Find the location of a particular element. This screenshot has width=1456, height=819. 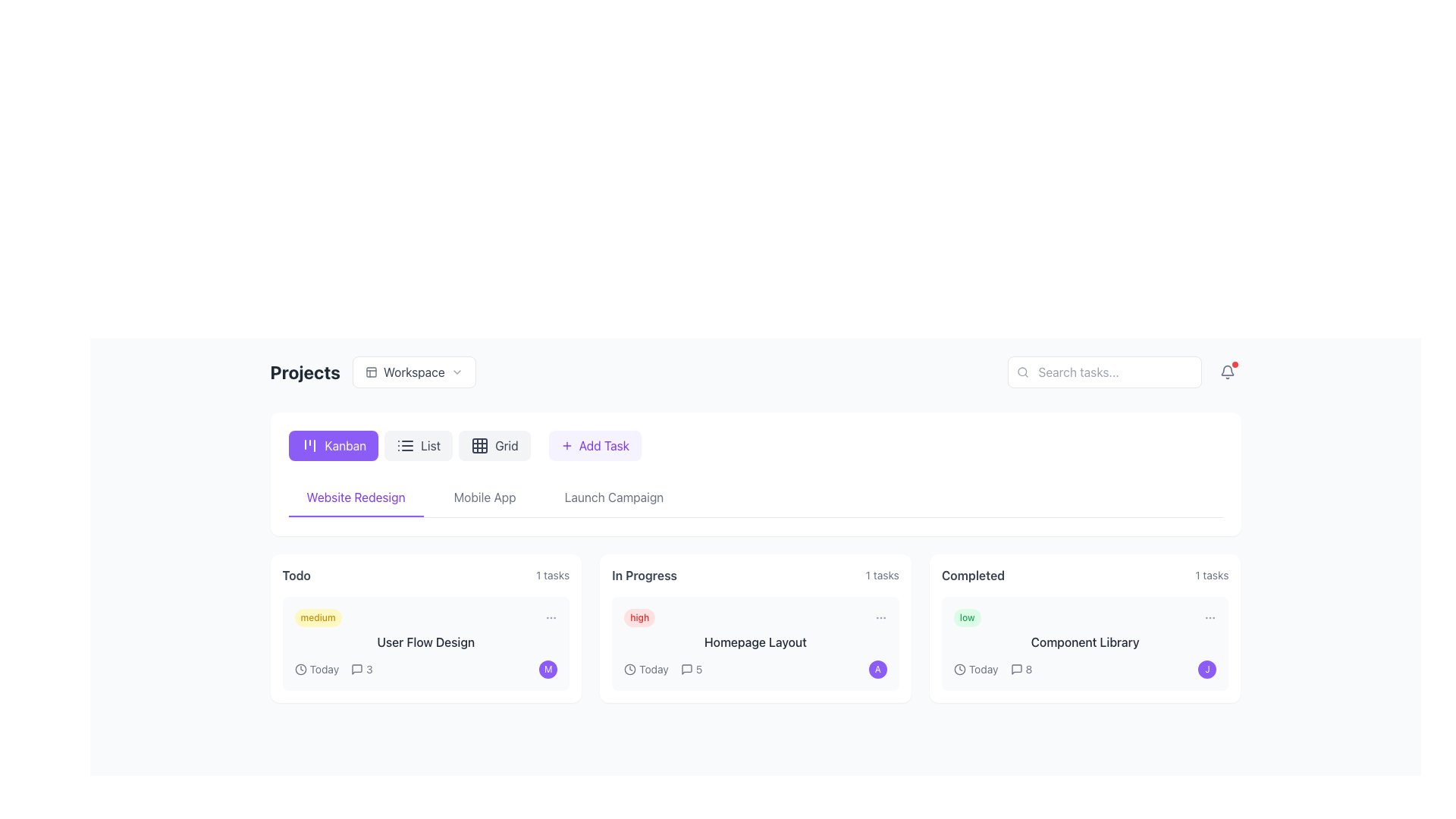

the 'Workspace' dropdown menu trigger is located at coordinates (373, 372).